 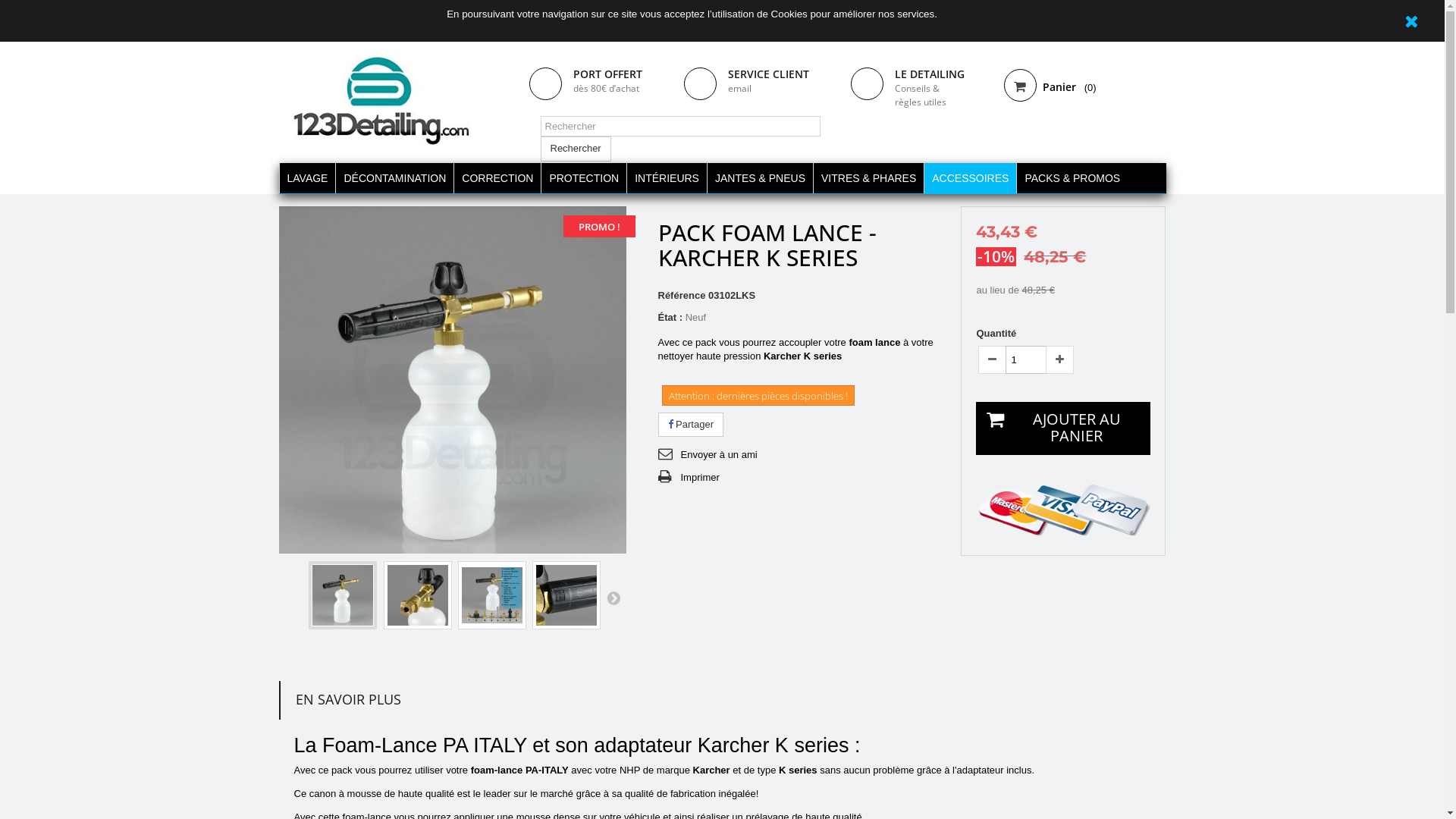 I want to click on 'ACCESSOIRES', so click(x=968, y=177).